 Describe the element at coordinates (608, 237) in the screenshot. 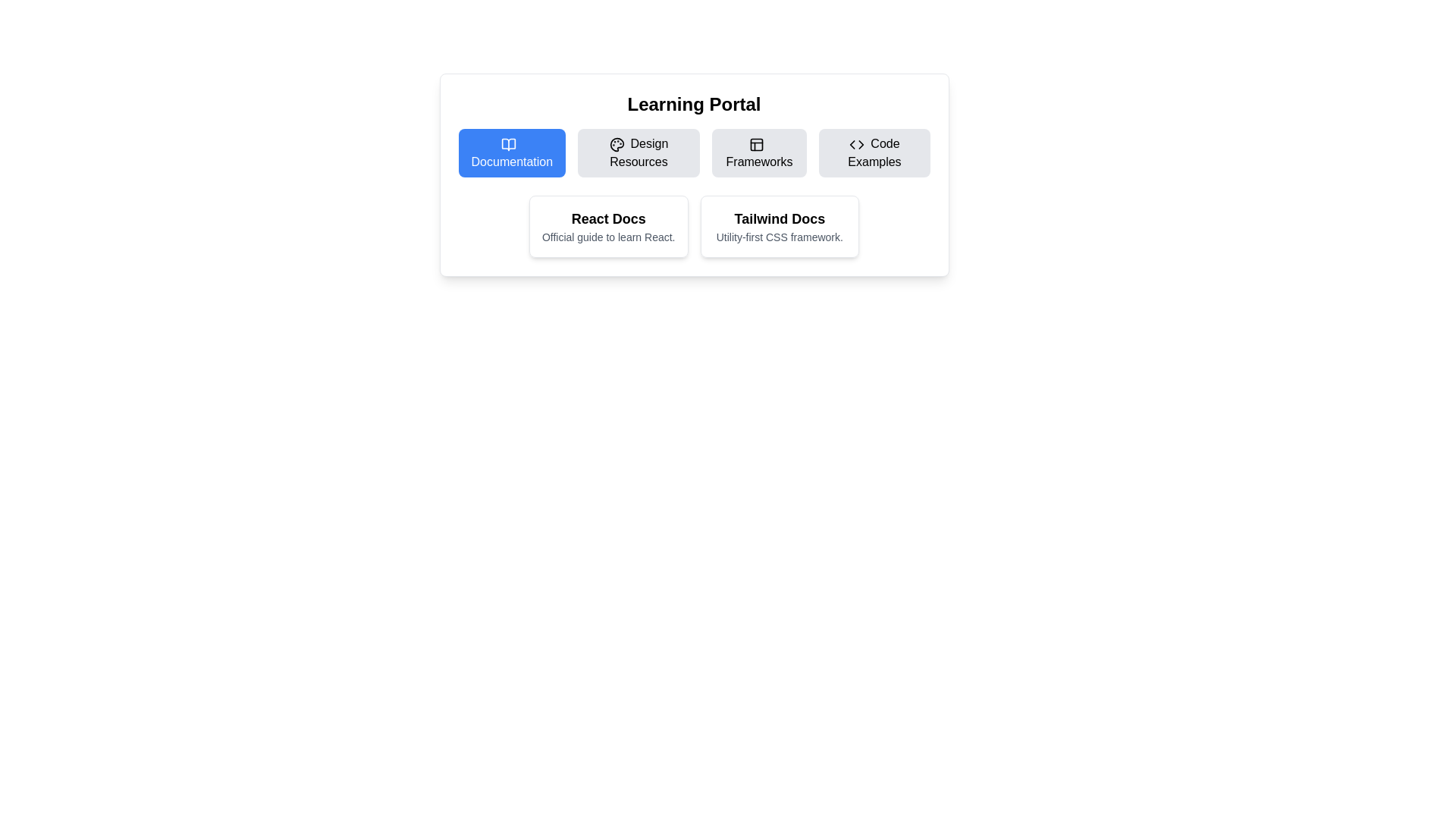

I see `the static text label that reads 'Official guide to learn React.' positioned below the heading 'React Docs'` at that location.